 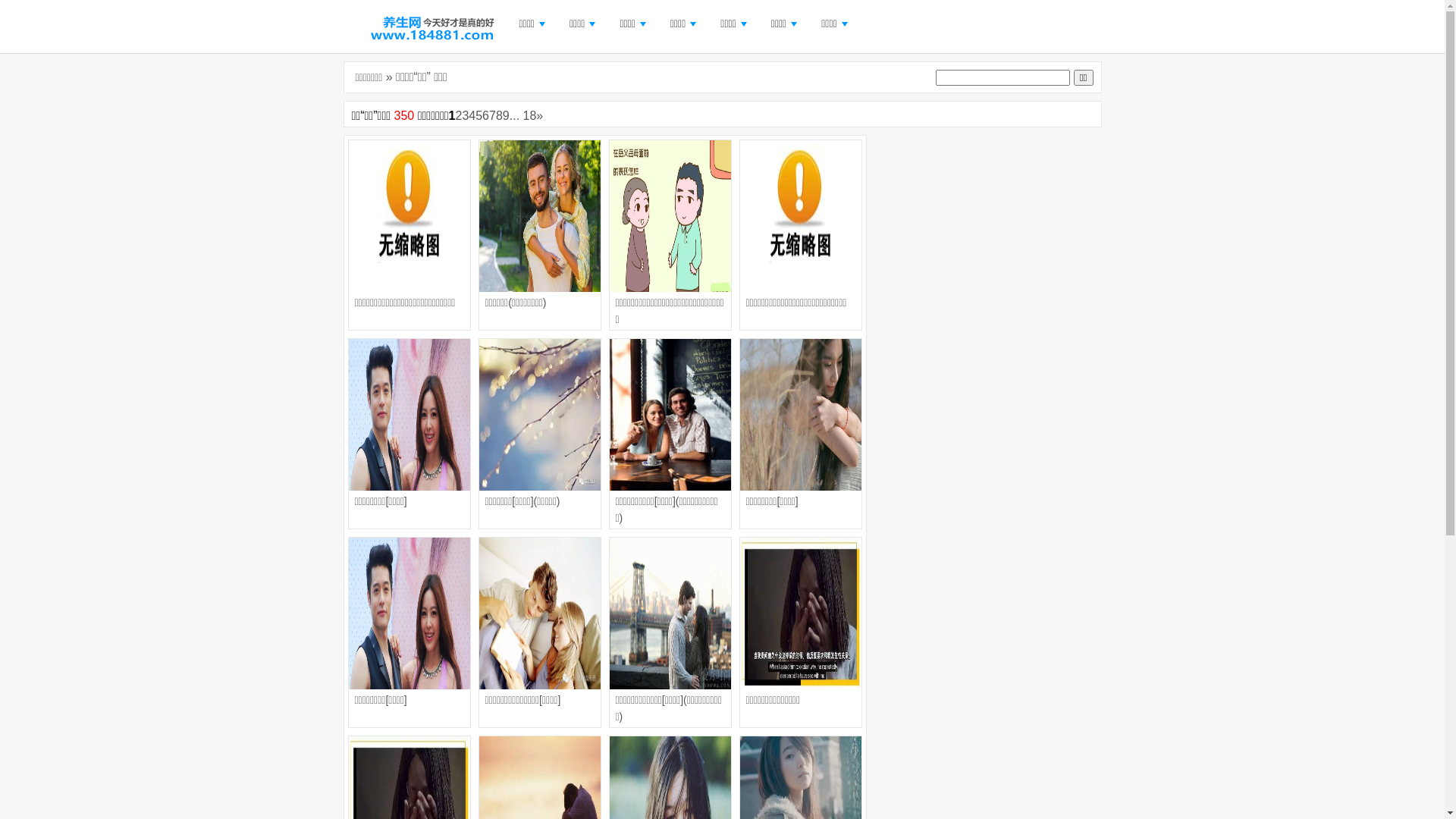 What do you see at coordinates (502, 115) in the screenshot?
I see `'9'` at bounding box center [502, 115].